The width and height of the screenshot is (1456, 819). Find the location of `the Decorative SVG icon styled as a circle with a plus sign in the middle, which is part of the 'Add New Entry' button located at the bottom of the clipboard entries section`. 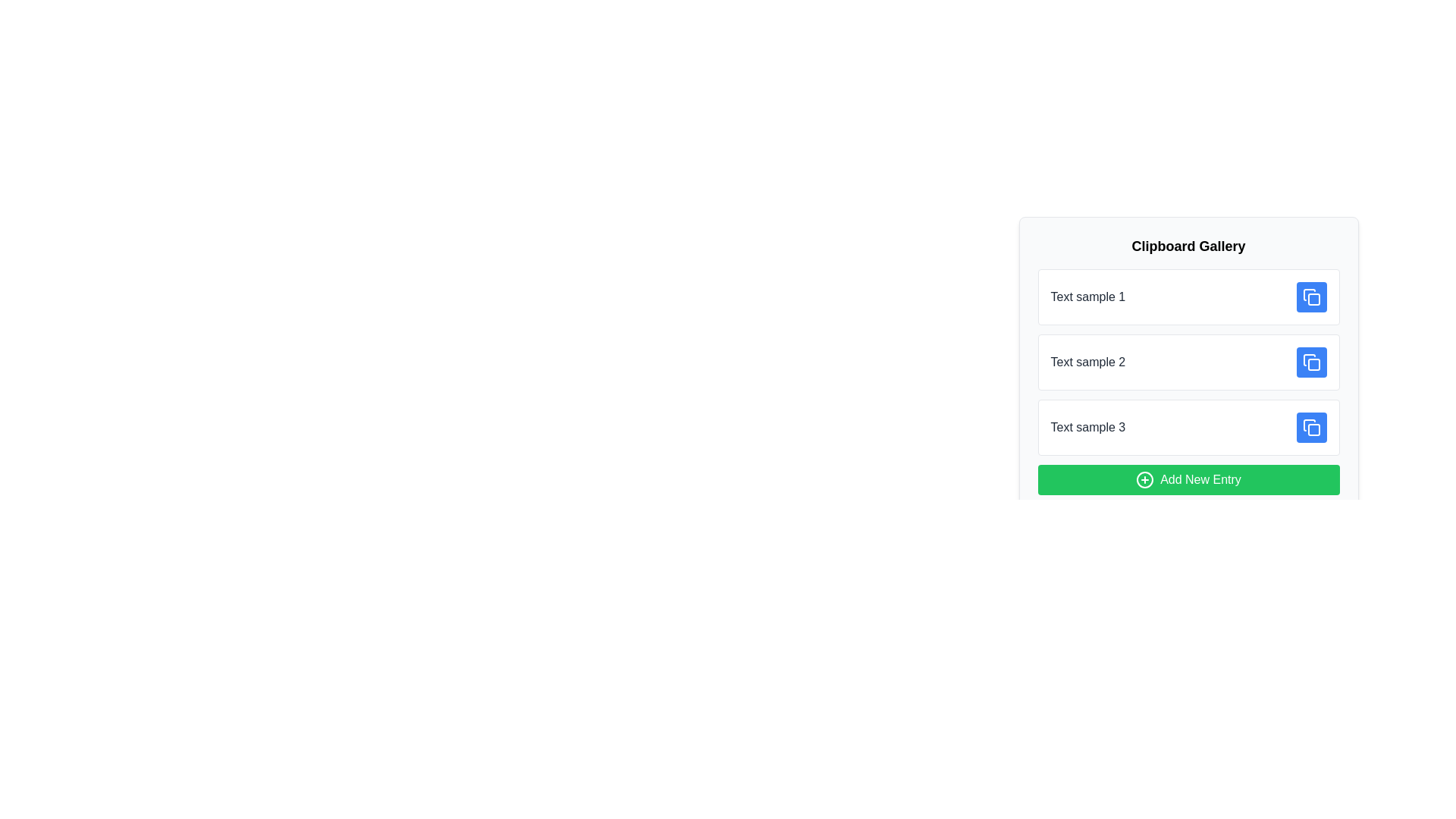

the Decorative SVG icon styled as a circle with a plus sign in the middle, which is part of the 'Add New Entry' button located at the bottom of the clipboard entries section is located at coordinates (1145, 479).